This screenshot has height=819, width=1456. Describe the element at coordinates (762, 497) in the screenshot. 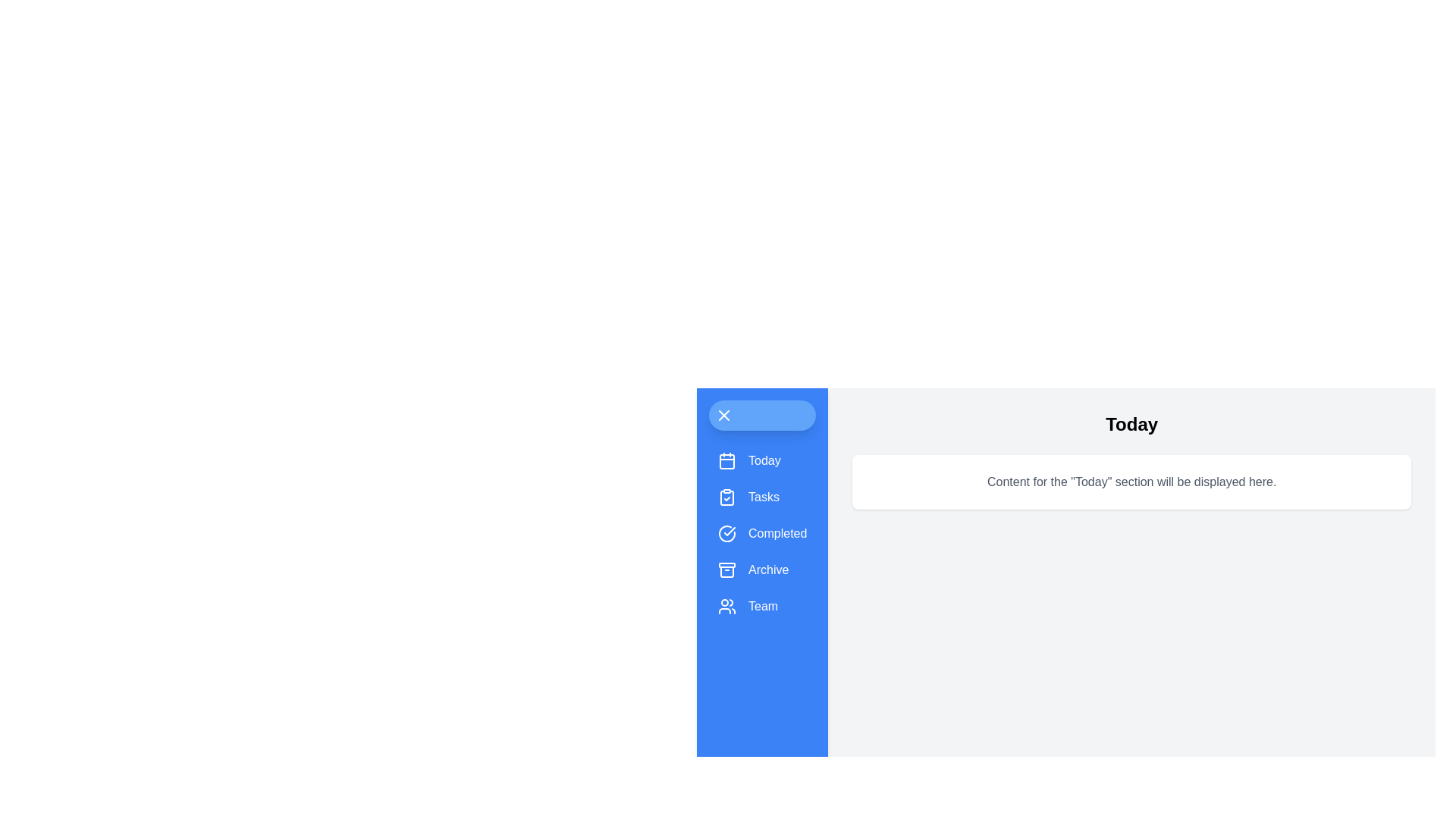

I see `the menu item Tasks to observe its hover effect` at that location.